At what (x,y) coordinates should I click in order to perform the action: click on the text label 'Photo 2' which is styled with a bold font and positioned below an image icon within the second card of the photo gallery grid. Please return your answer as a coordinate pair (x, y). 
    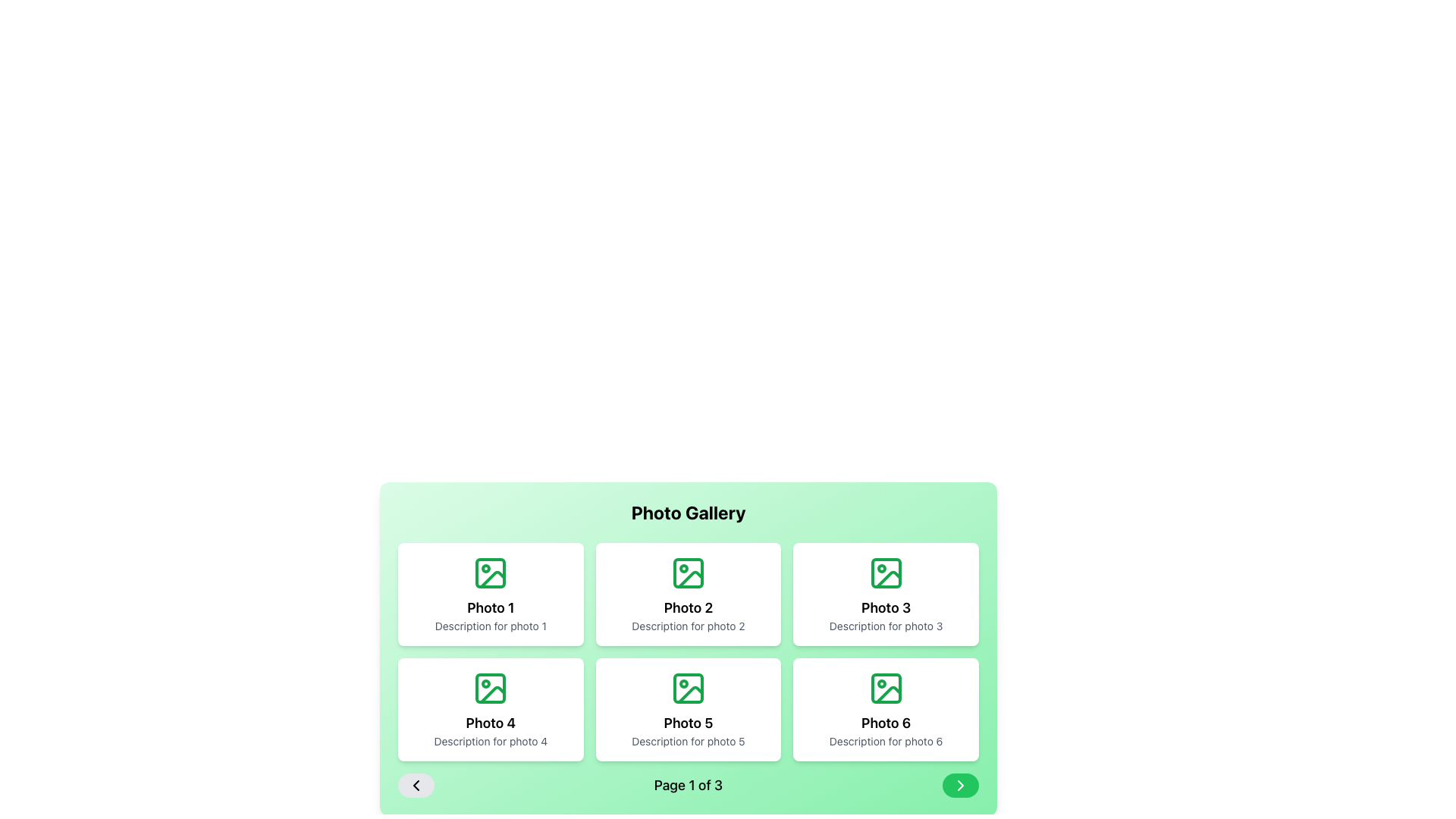
    Looking at the image, I should click on (687, 607).